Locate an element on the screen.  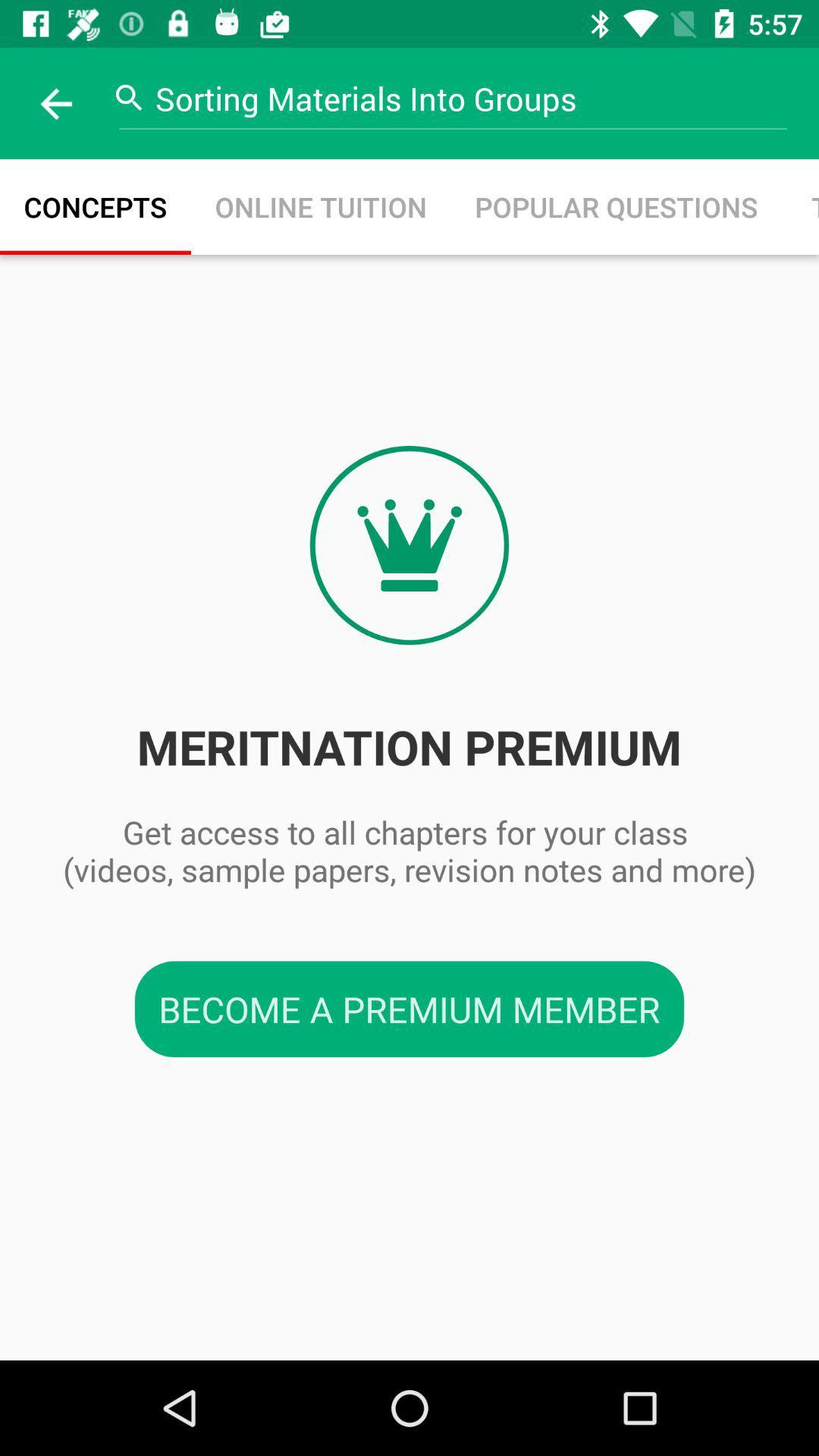
the become a premium item is located at coordinates (409, 1009).